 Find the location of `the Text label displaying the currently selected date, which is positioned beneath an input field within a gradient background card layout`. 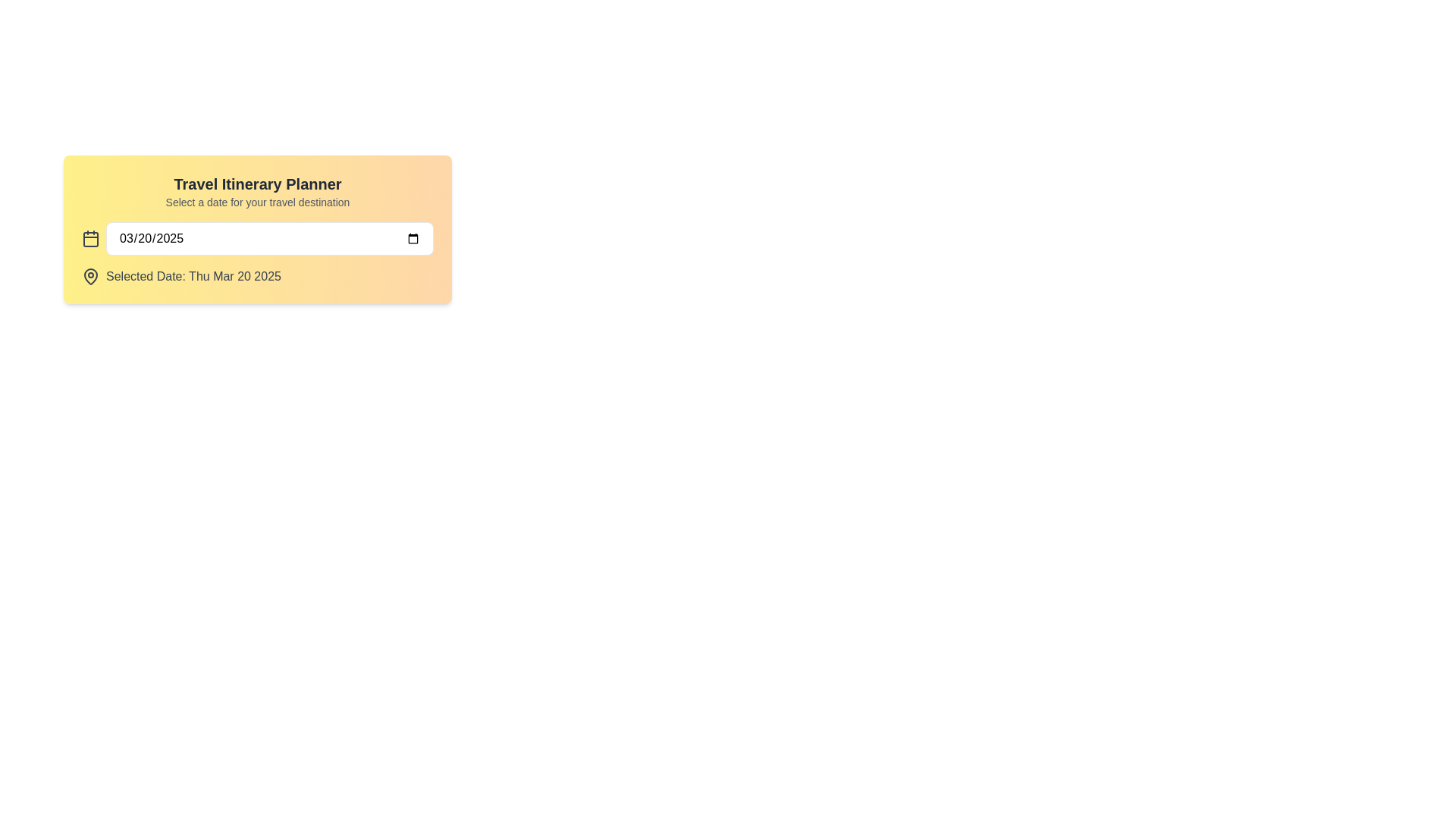

the Text label displaying the currently selected date, which is positioned beneath an input field within a gradient background card layout is located at coordinates (258, 277).